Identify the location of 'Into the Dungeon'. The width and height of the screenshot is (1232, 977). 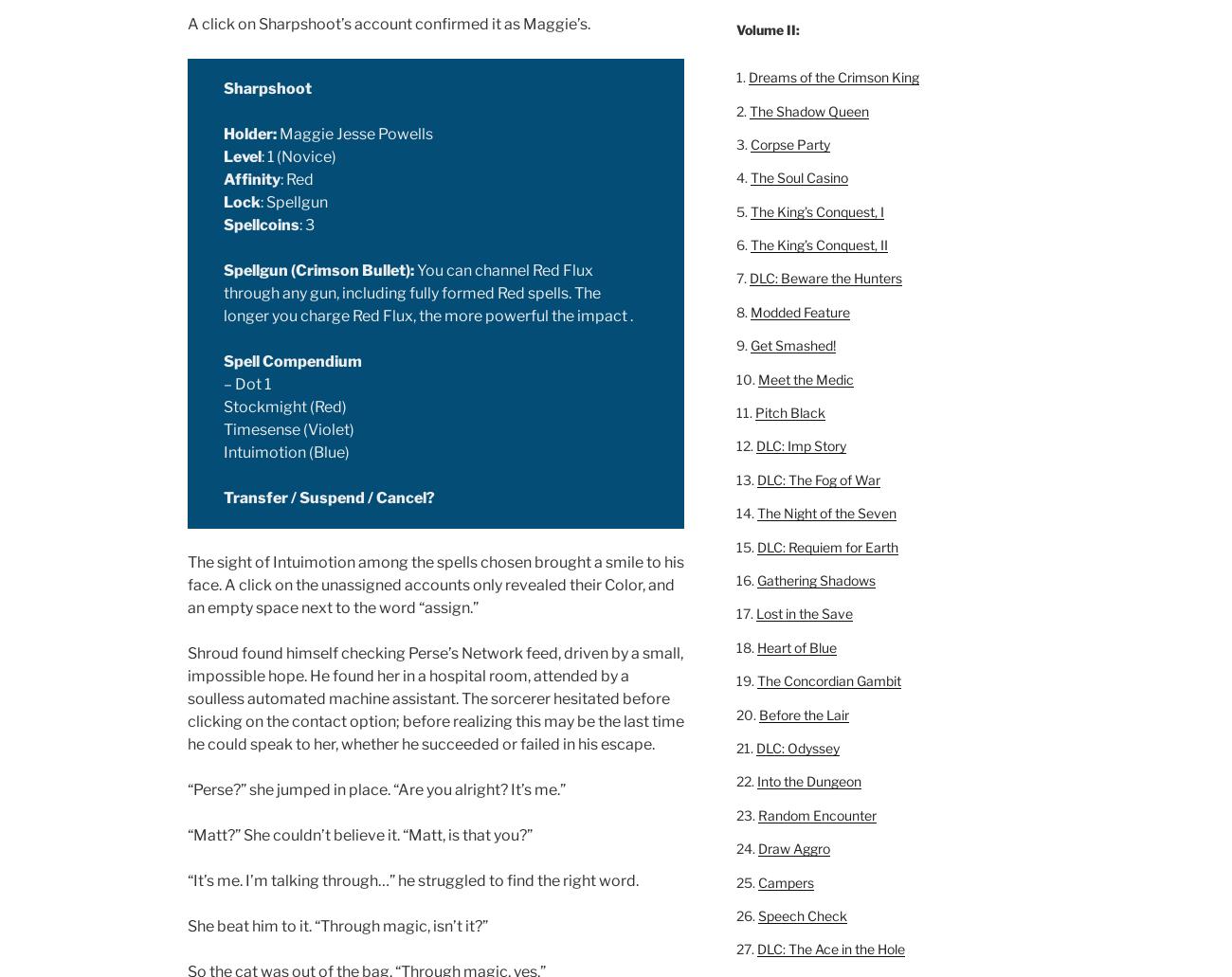
(808, 780).